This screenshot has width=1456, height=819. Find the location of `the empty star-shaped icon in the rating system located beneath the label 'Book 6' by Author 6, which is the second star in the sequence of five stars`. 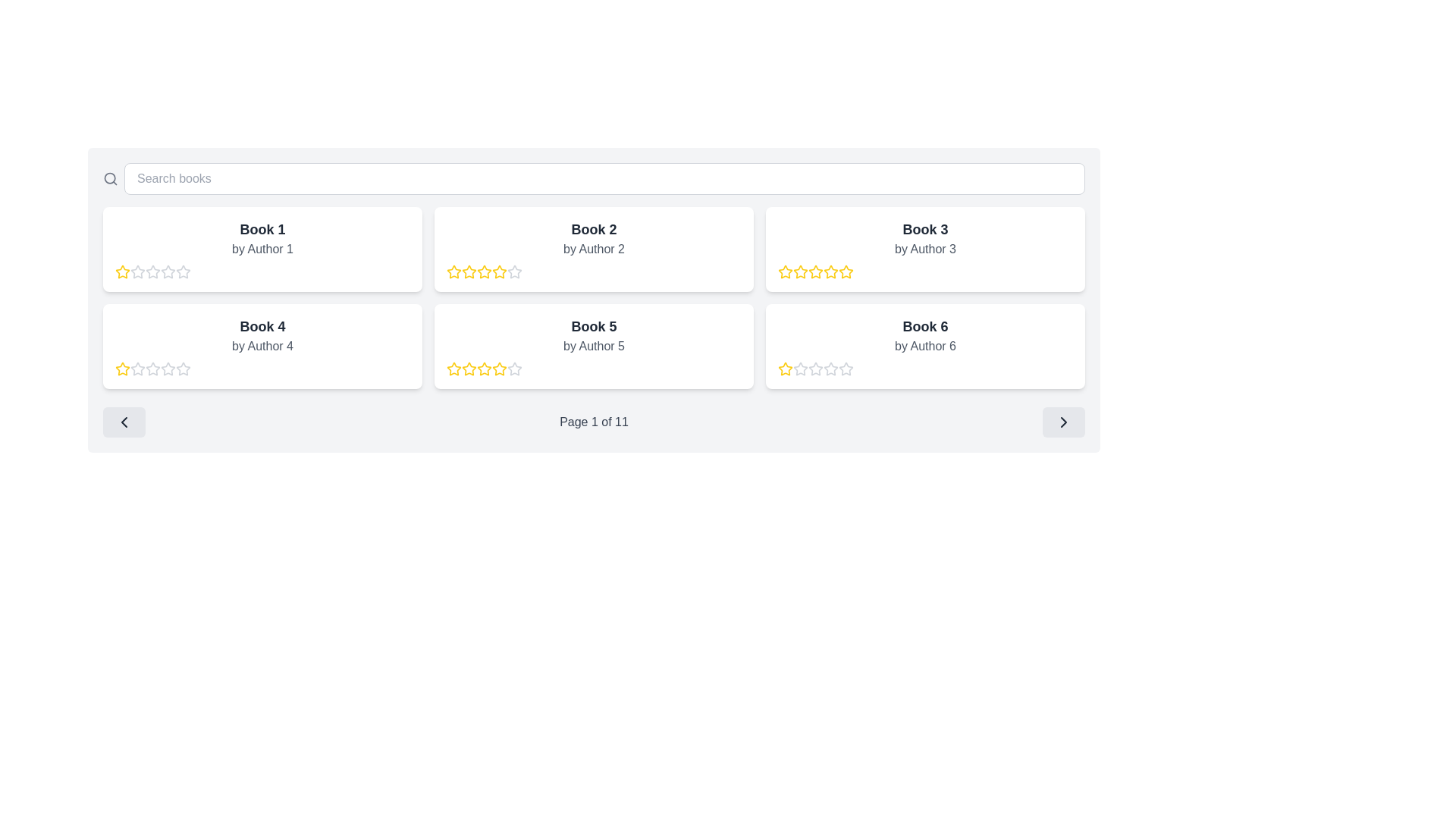

the empty star-shaped icon in the rating system located beneath the label 'Book 6' by Author 6, which is the second star in the sequence of five stars is located at coordinates (846, 369).